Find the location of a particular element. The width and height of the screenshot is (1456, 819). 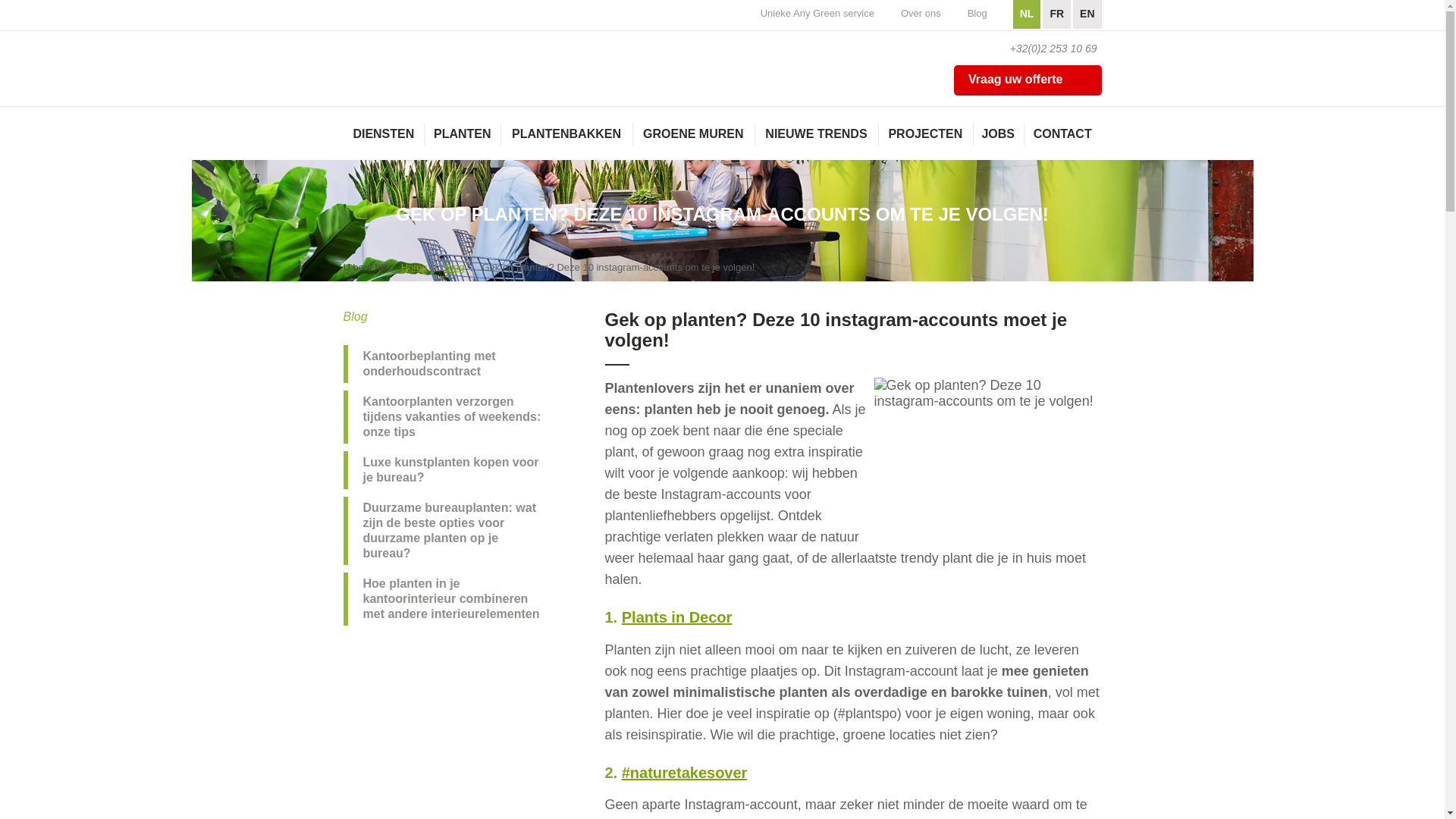

'Luxe kunstplanten kopen voor je bureau?' is located at coordinates (447, 469).